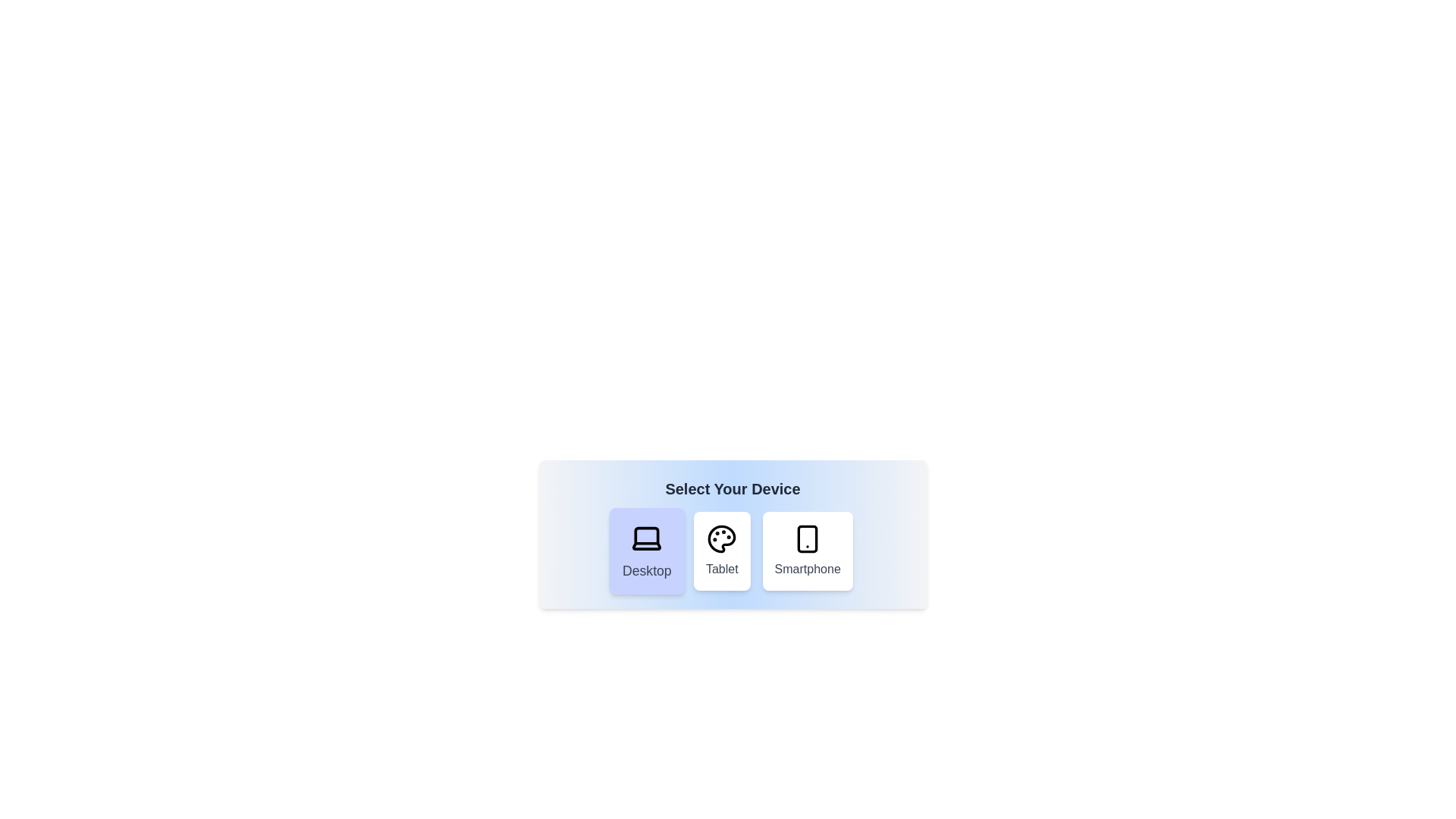  I want to click on text label displaying 'Smartphone', which is styled with medium-bold gray text and located at the bottom of the smartphone option tile, so click(807, 570).